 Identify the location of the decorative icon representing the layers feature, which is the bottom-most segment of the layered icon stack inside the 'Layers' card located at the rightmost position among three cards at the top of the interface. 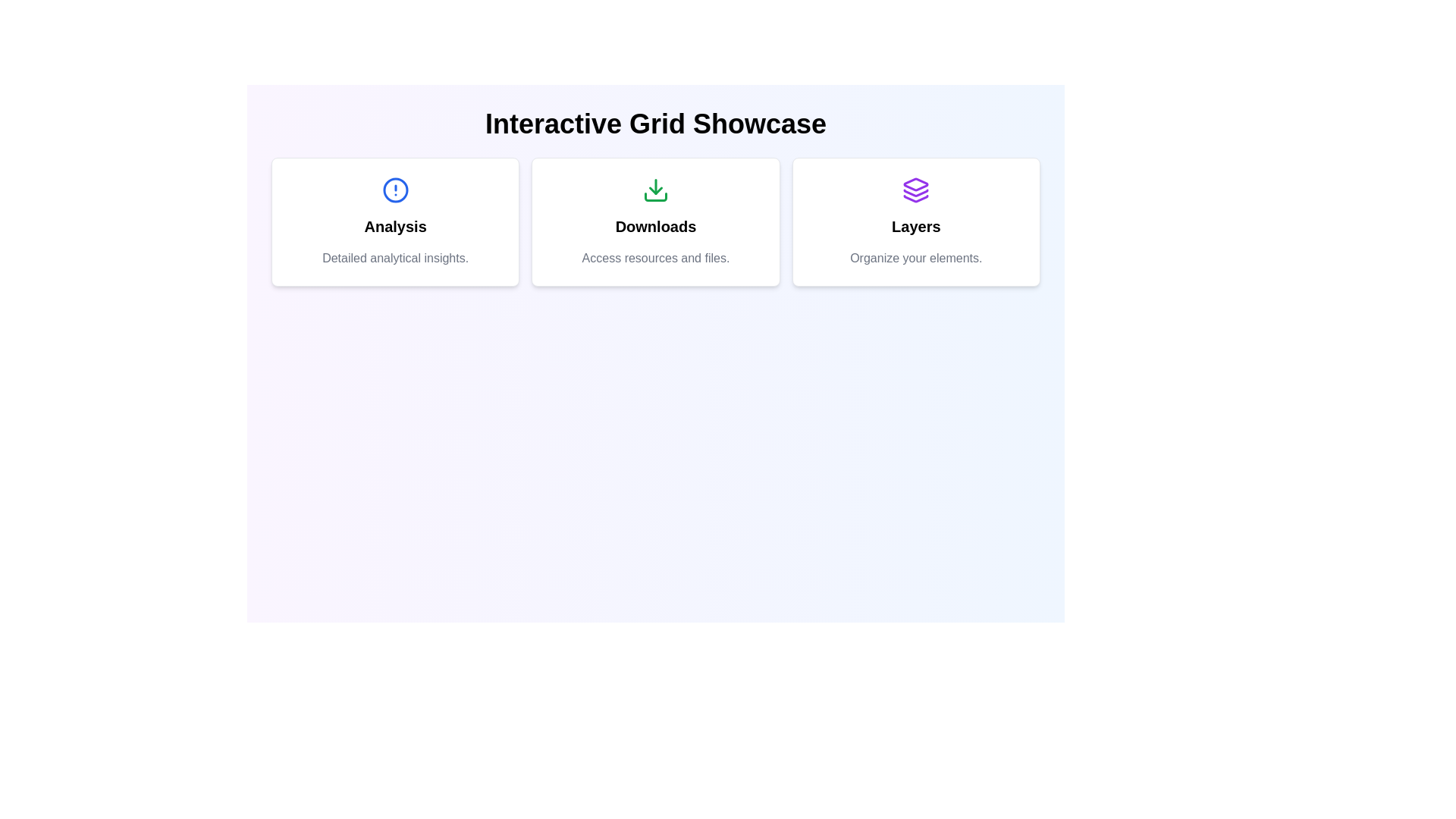
(915, 198).